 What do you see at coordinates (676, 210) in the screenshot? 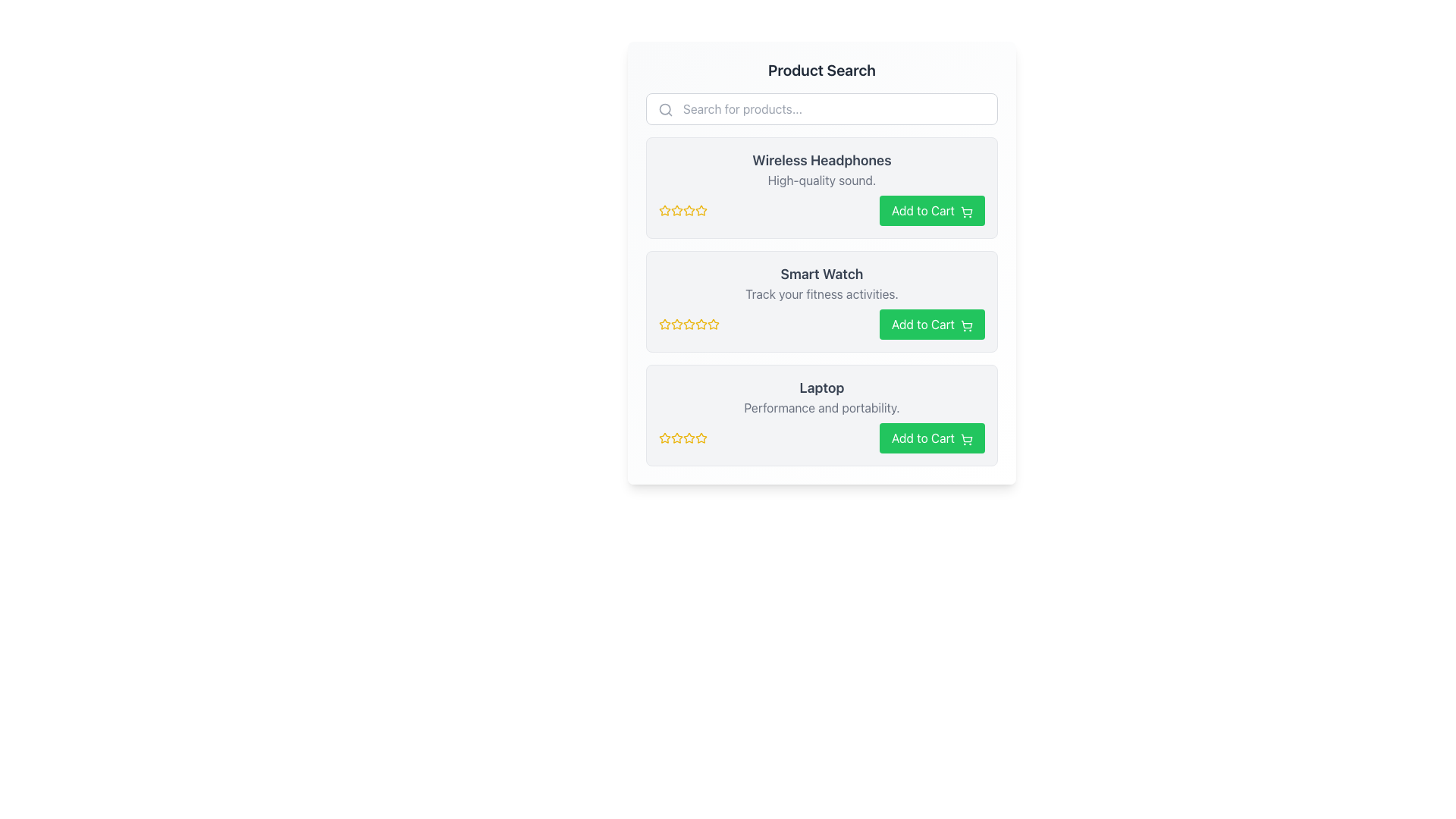
I see `the second star-shaped rating icon with a yellow color outline to rate the item` at bounding box center [676, 210].